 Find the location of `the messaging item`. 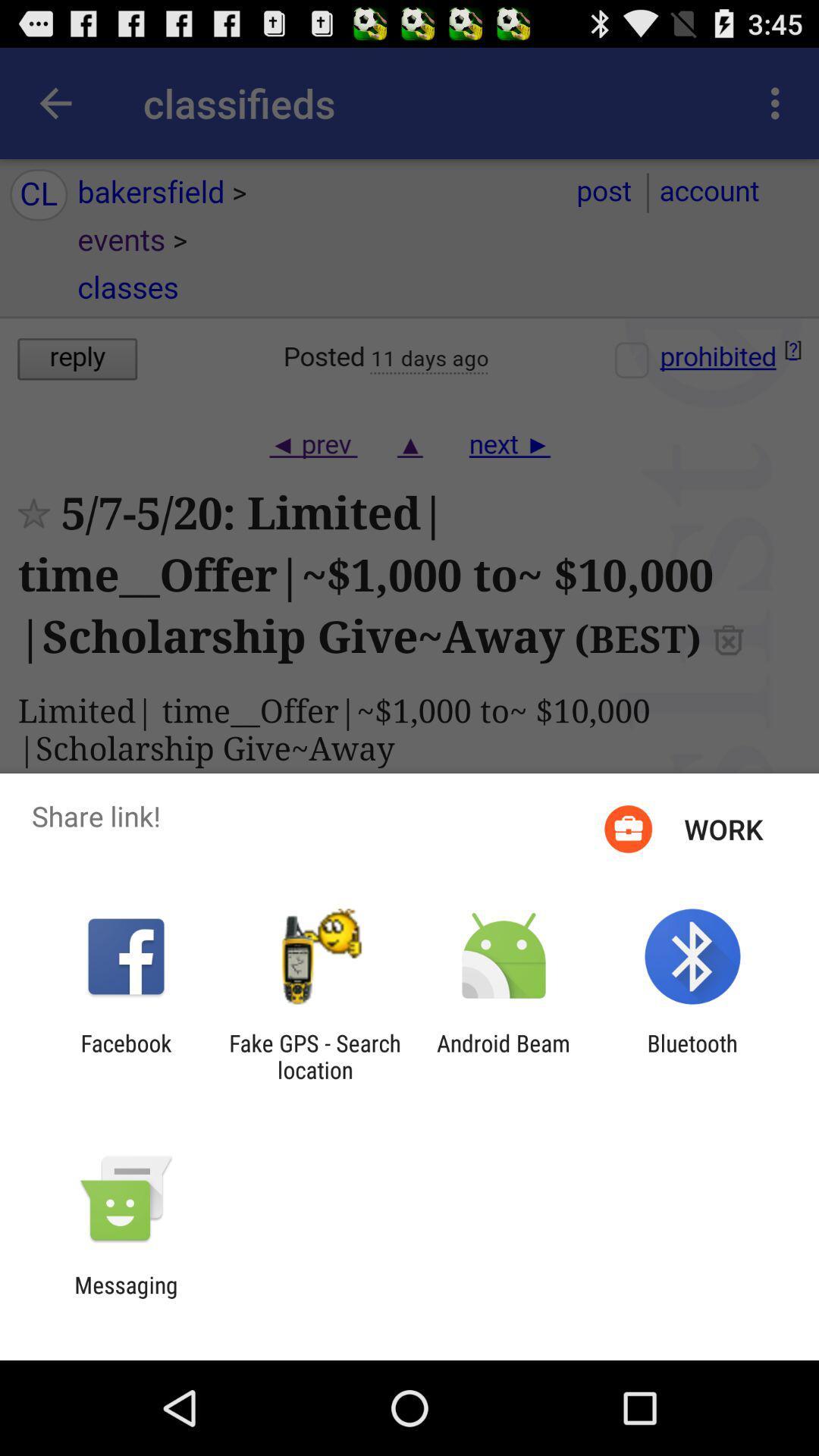

the messaging item is located at coordinates (125, 1298).